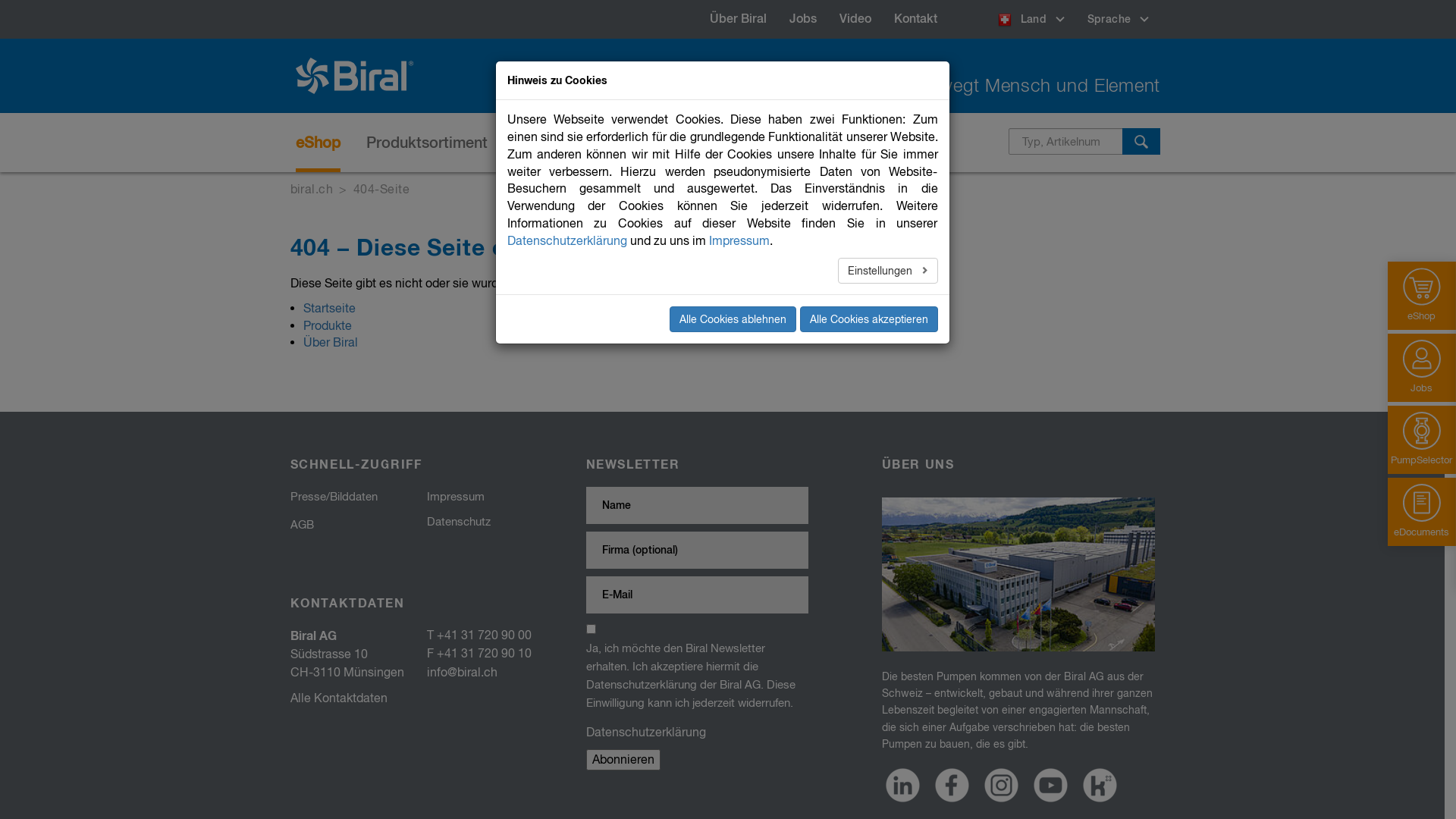  I want to click on 'eShop', so click(317, 143).